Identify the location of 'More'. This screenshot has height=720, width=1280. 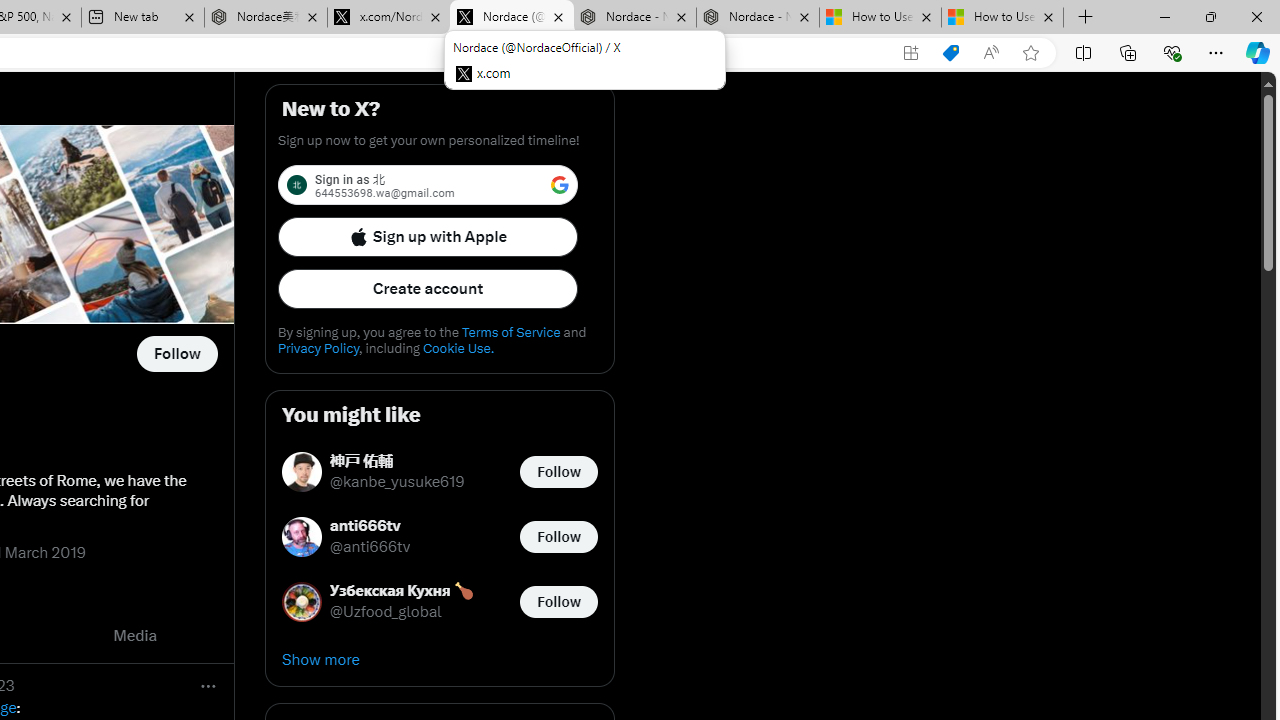
(208, 684).